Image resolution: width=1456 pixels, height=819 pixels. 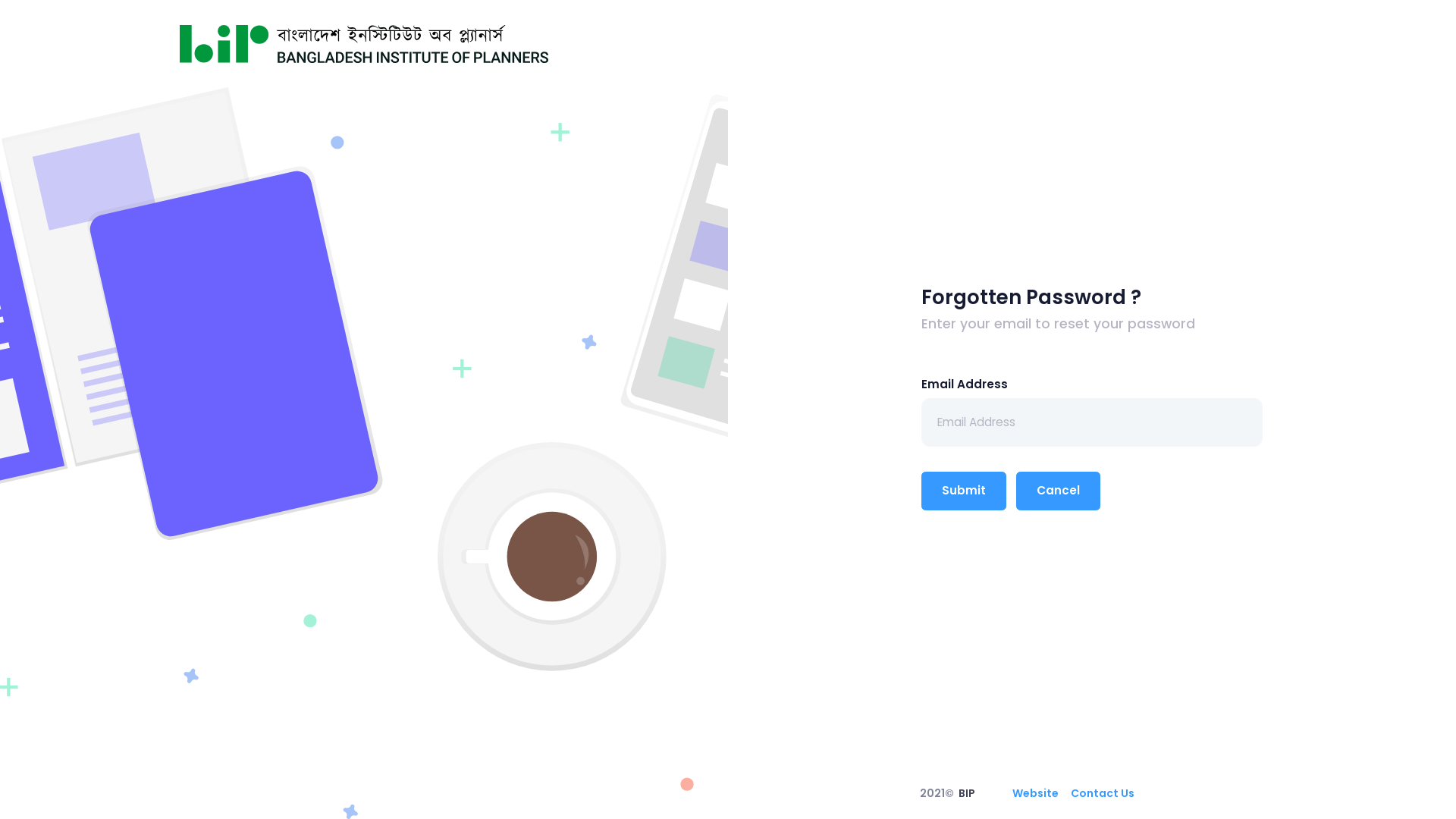 I want to click on 'Cancel', so click(x=1057, y=491).